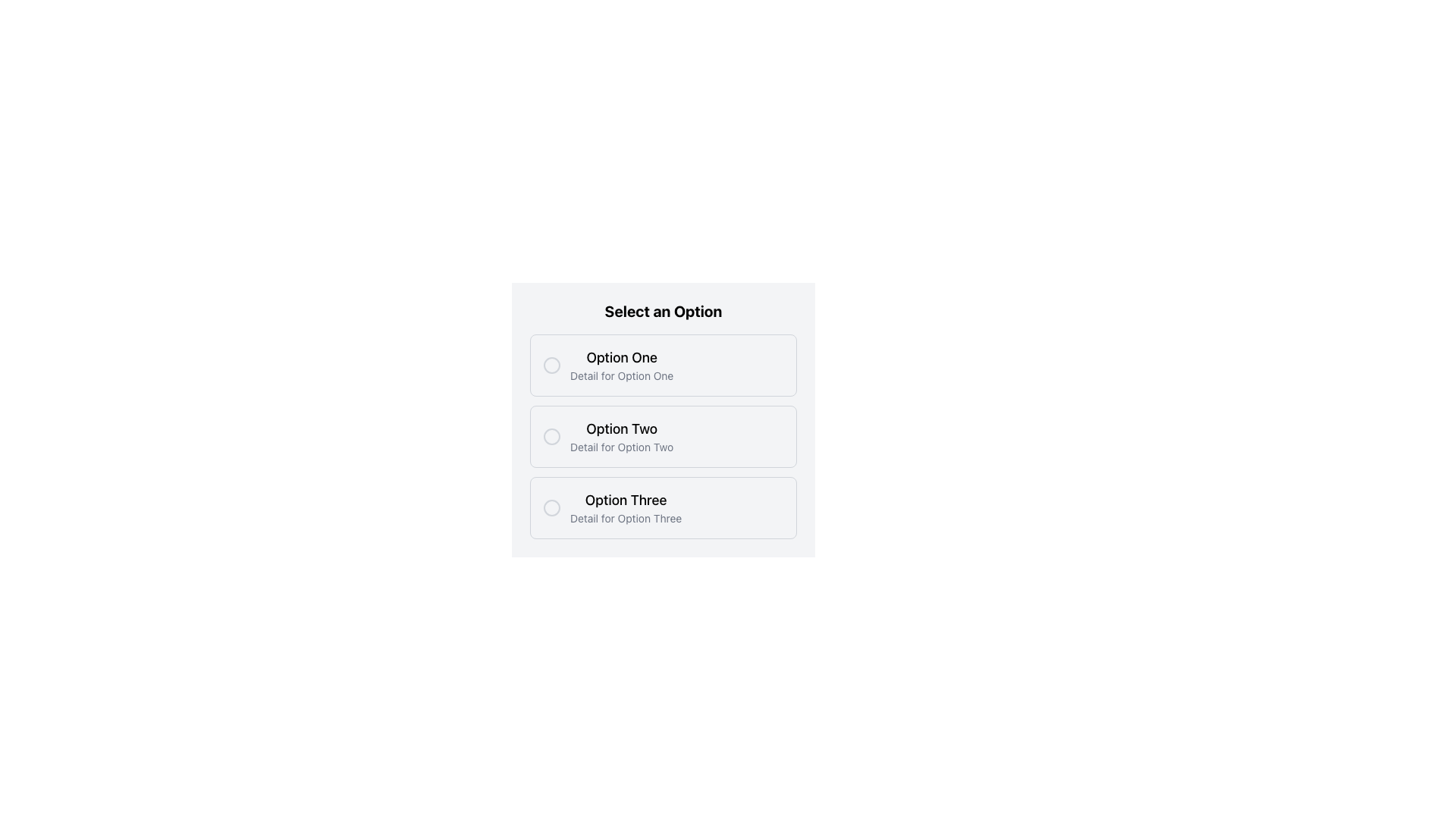 This screenshot has width=1456, height=819. Describe the element at coordinates (663, 420) in the screenshot. I see `the Selectable Option Card for 'Option Two', which is the second card in a vertical stack of three selectable options` at that location.